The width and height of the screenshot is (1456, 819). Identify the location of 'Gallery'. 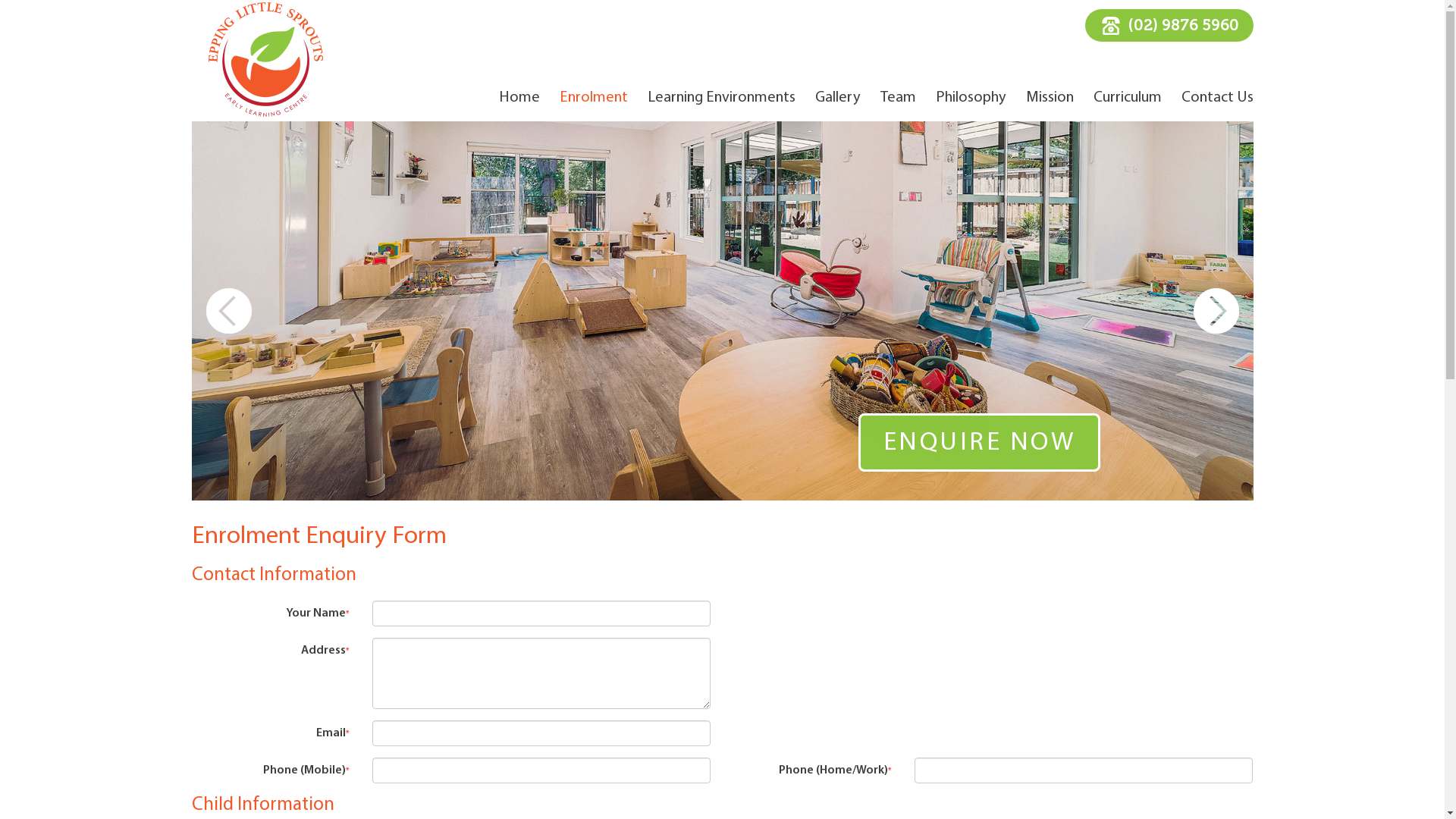
(814, 98).